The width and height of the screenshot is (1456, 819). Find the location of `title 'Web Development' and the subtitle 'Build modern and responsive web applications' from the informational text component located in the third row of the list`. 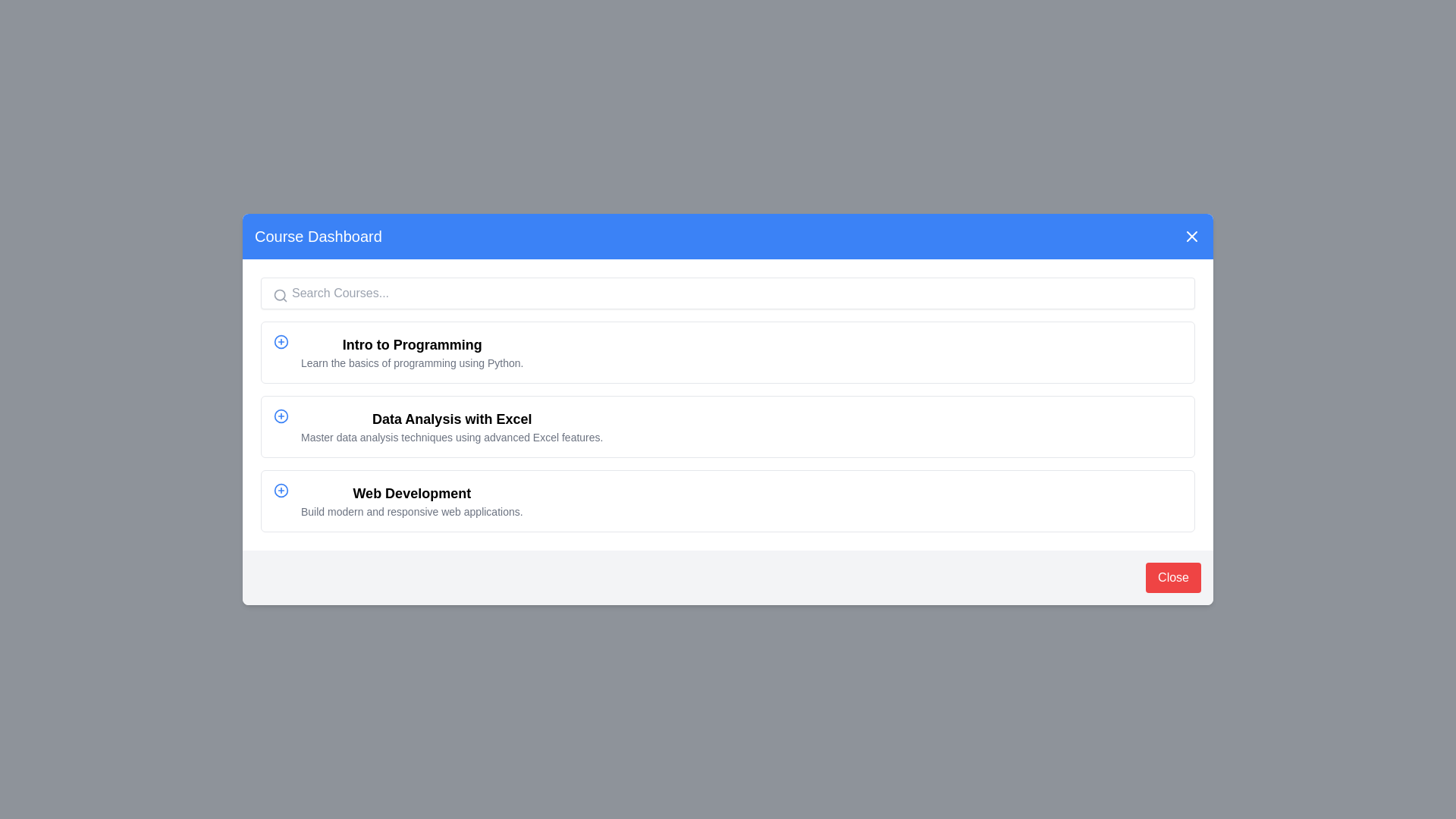

title 'Web Development' and the subtitle 'Build modern and responsive web applications' from the informational text component located in the third row of the list is located at coordinates (412, 500).